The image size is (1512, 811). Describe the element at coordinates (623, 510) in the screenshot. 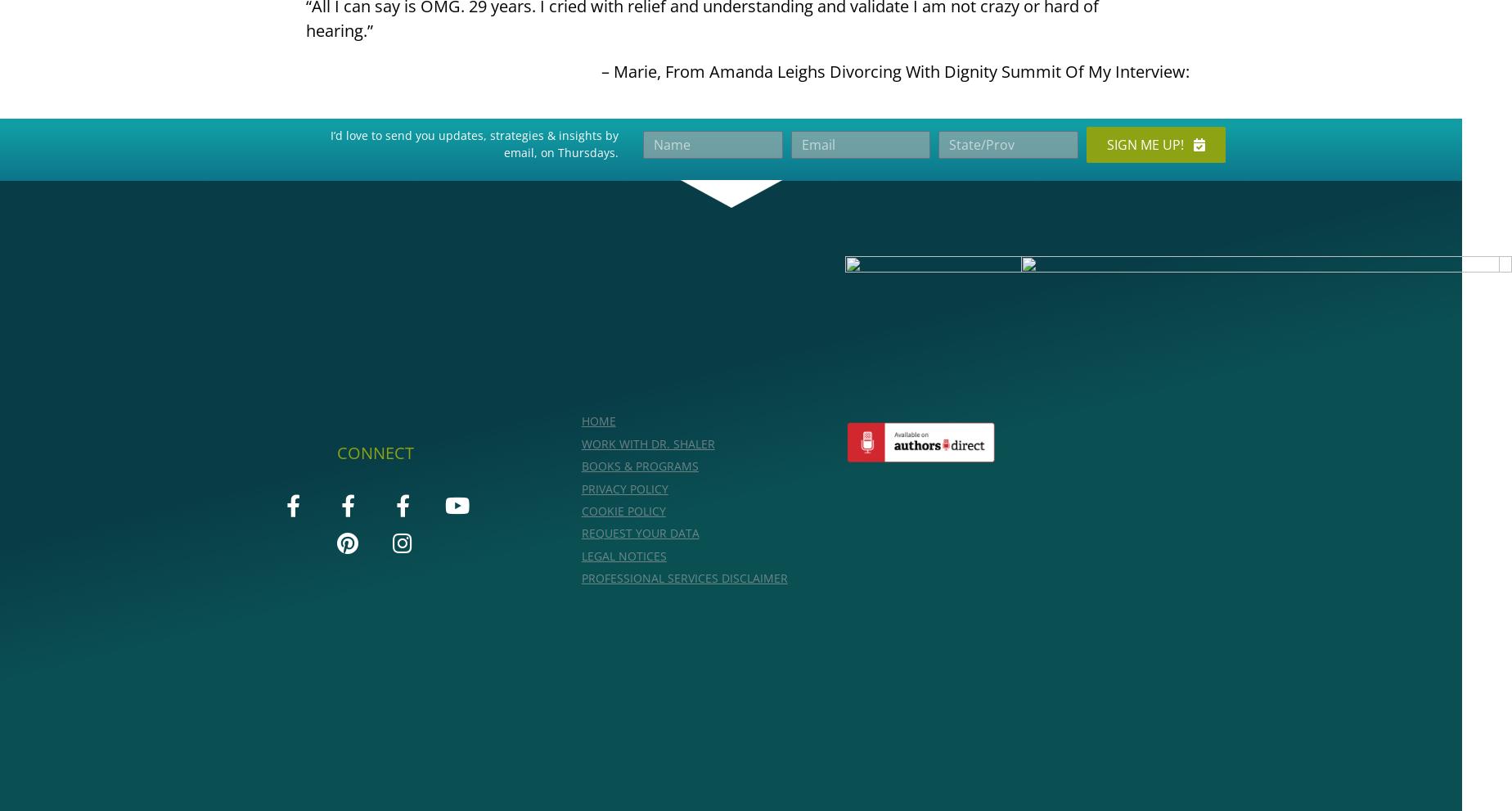

I see `'Cookie Policy'` at that location.